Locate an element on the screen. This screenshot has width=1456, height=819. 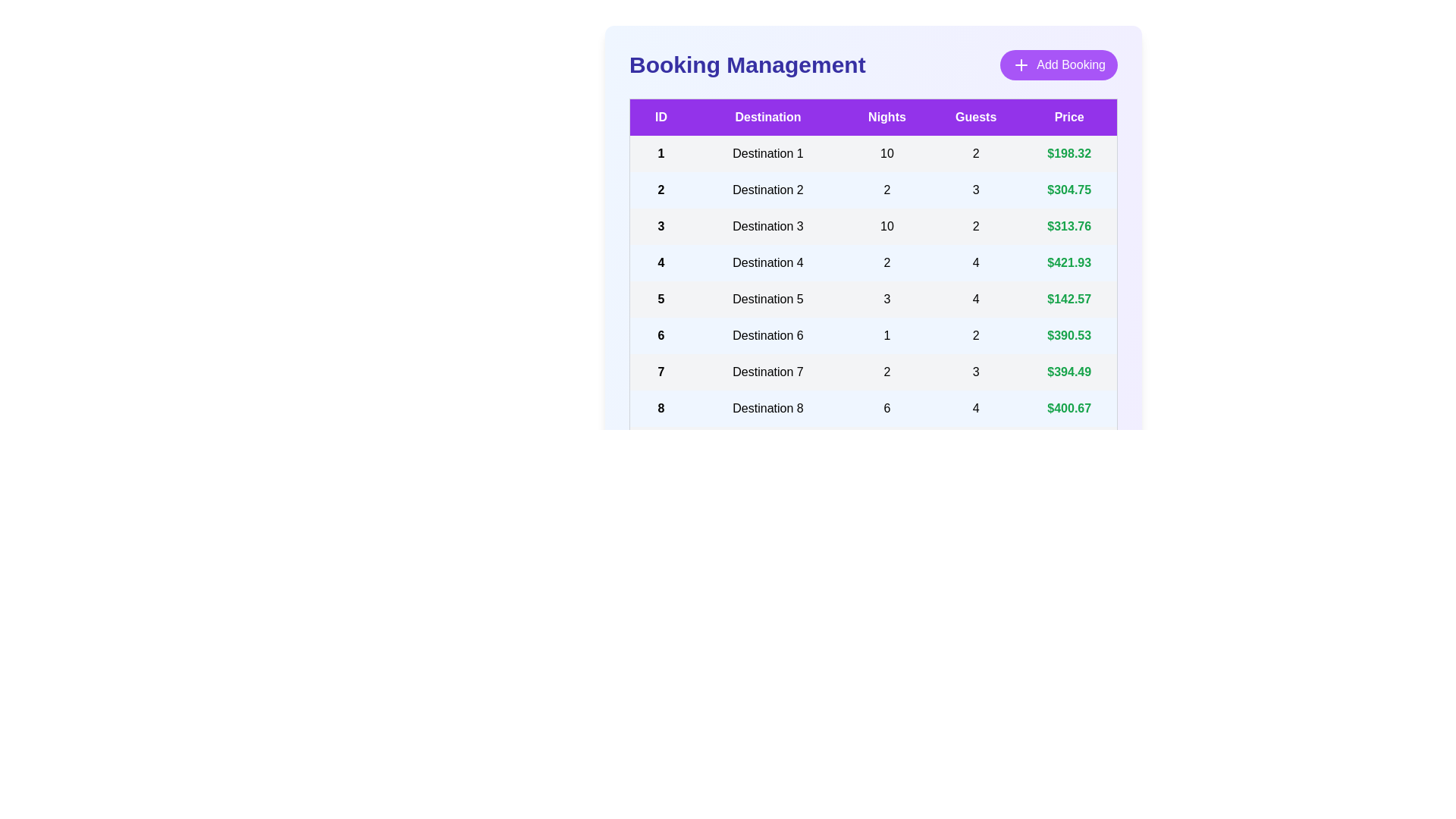
the column header ID to sort the table by that column is located at coordinates (661, 116).